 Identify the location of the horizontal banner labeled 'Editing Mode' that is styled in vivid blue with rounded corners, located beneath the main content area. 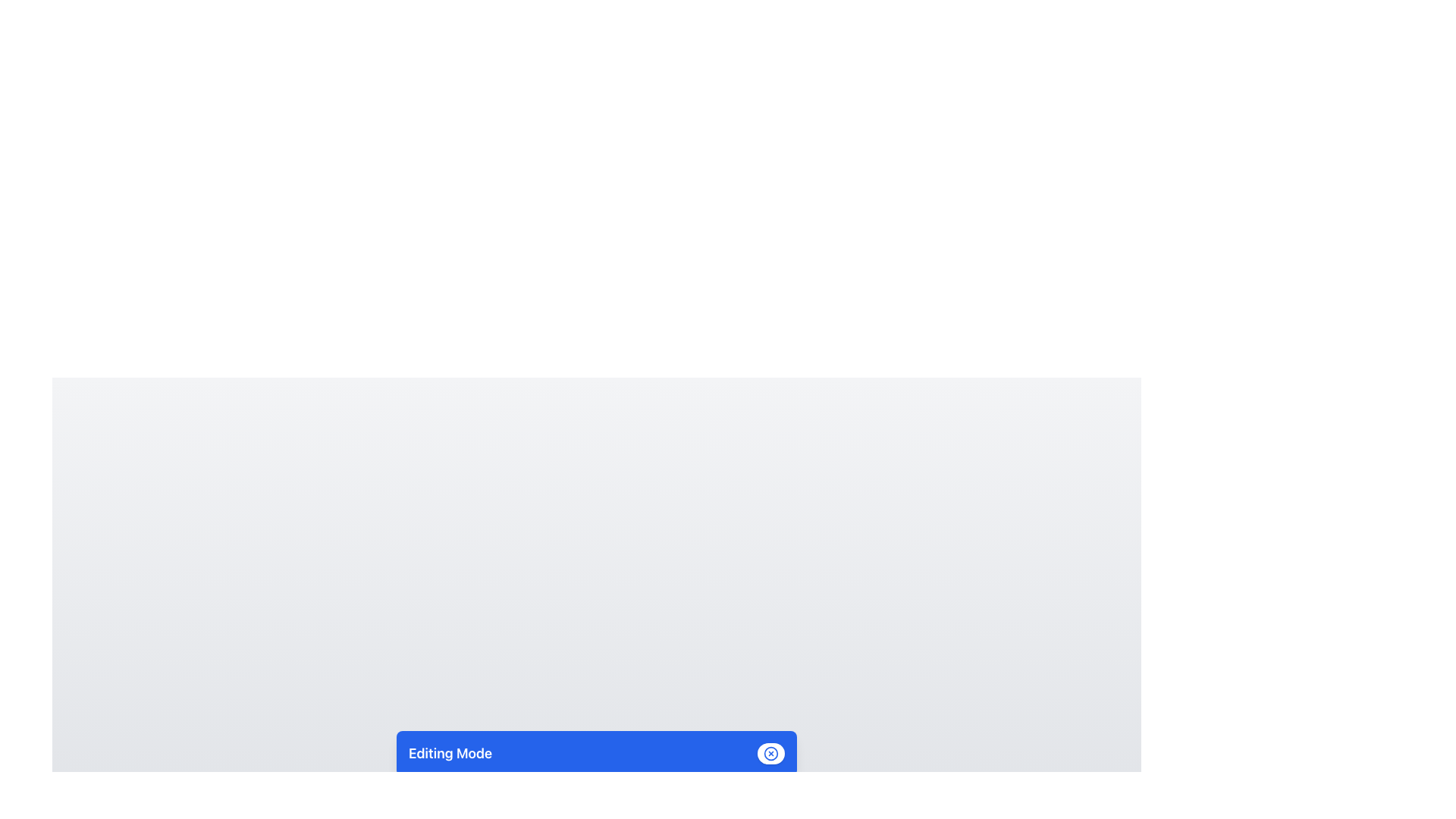
(596, 754).